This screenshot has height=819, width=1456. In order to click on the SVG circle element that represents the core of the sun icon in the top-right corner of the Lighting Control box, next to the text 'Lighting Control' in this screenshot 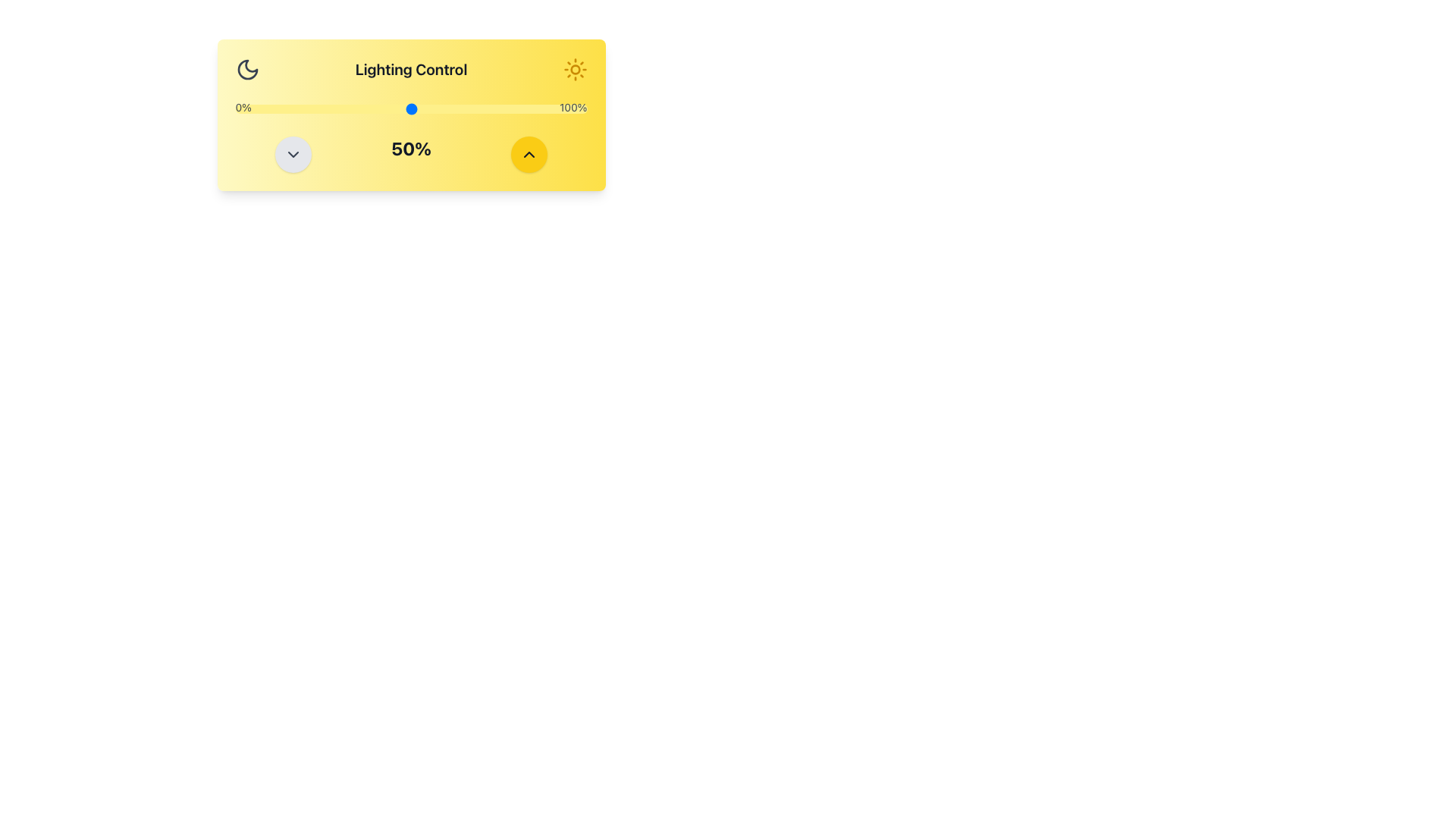, I will do `click(574, 70)`.